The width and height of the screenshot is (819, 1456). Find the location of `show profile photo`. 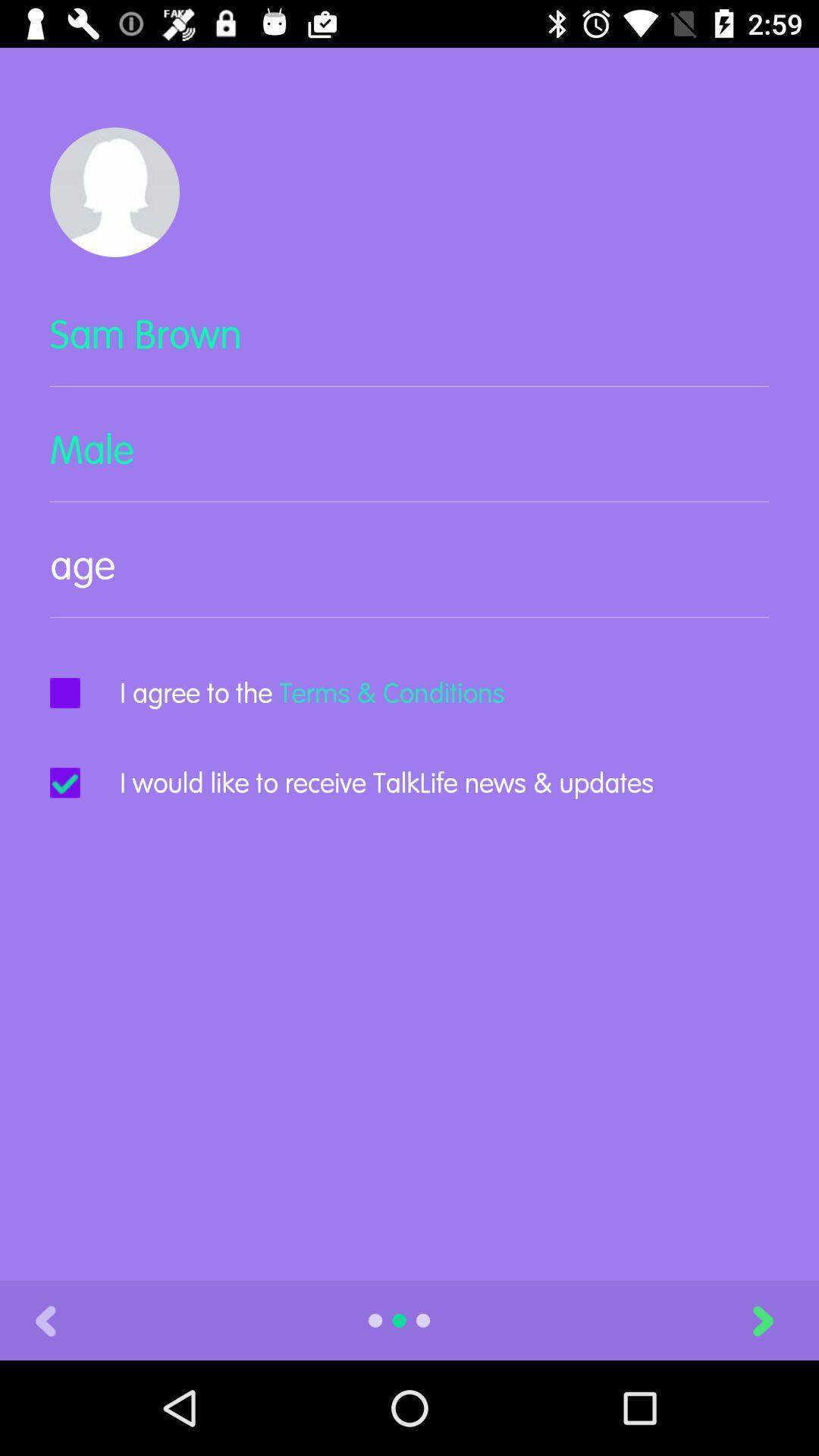

show profile photo is located at coordinates (114, 191).